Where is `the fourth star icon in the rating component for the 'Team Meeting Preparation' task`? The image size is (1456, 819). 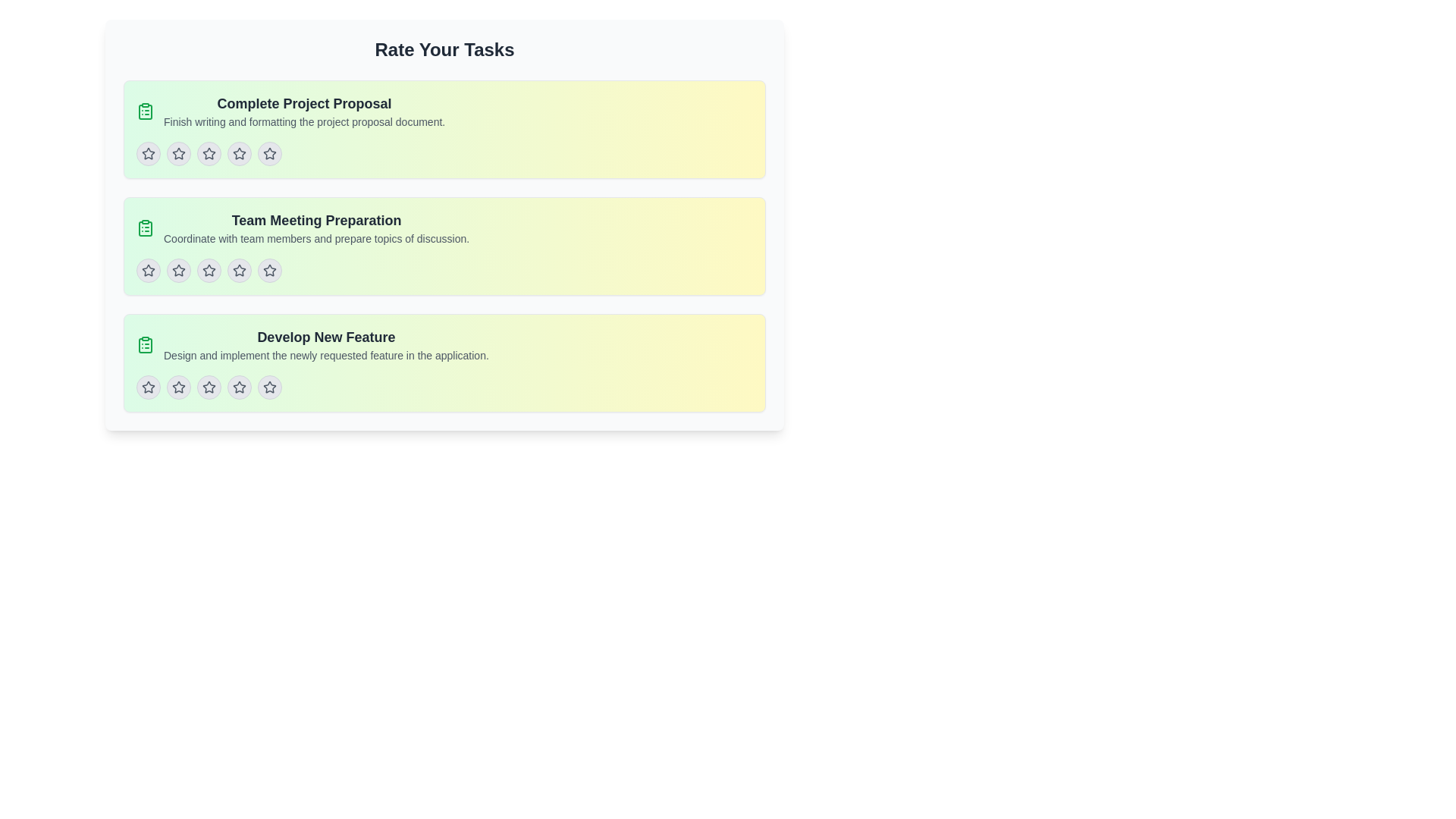
the fourth star icon in the rating component for the 'Team Meeting Preparation' task is located at coordinates (239, 269).